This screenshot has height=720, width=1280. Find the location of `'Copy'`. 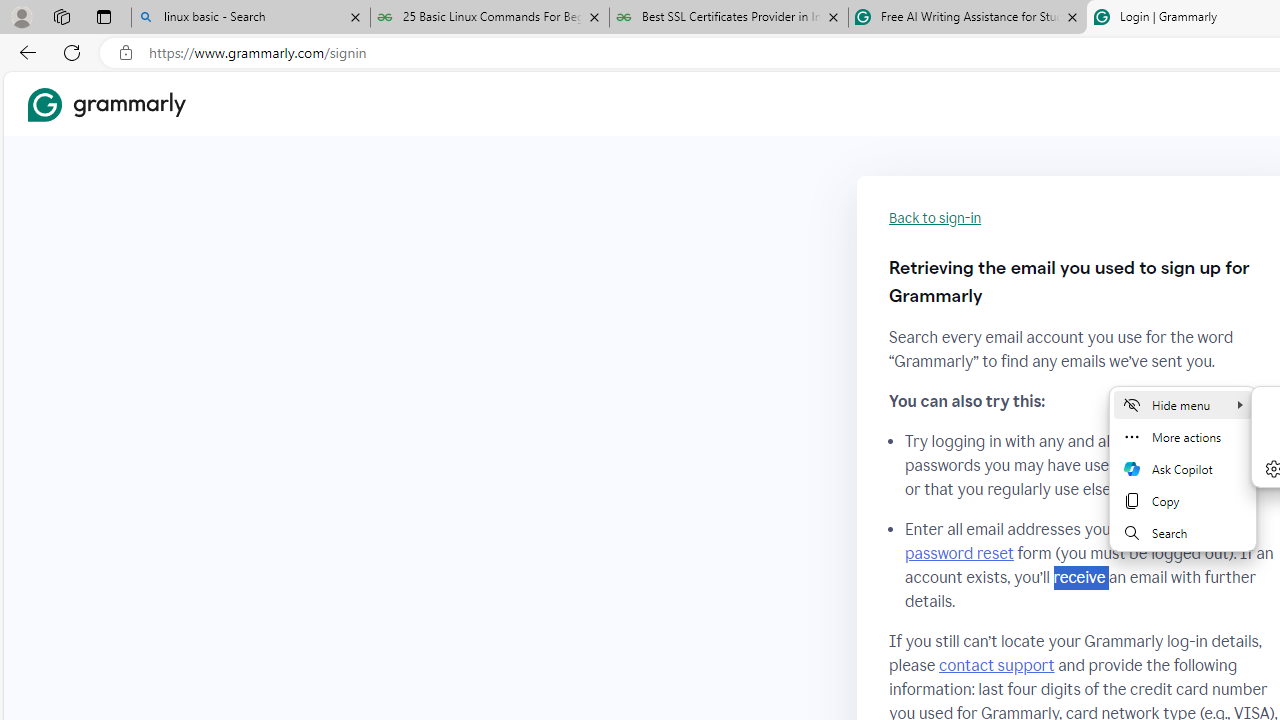

'Copy' is located at coordinates (1182, 500).